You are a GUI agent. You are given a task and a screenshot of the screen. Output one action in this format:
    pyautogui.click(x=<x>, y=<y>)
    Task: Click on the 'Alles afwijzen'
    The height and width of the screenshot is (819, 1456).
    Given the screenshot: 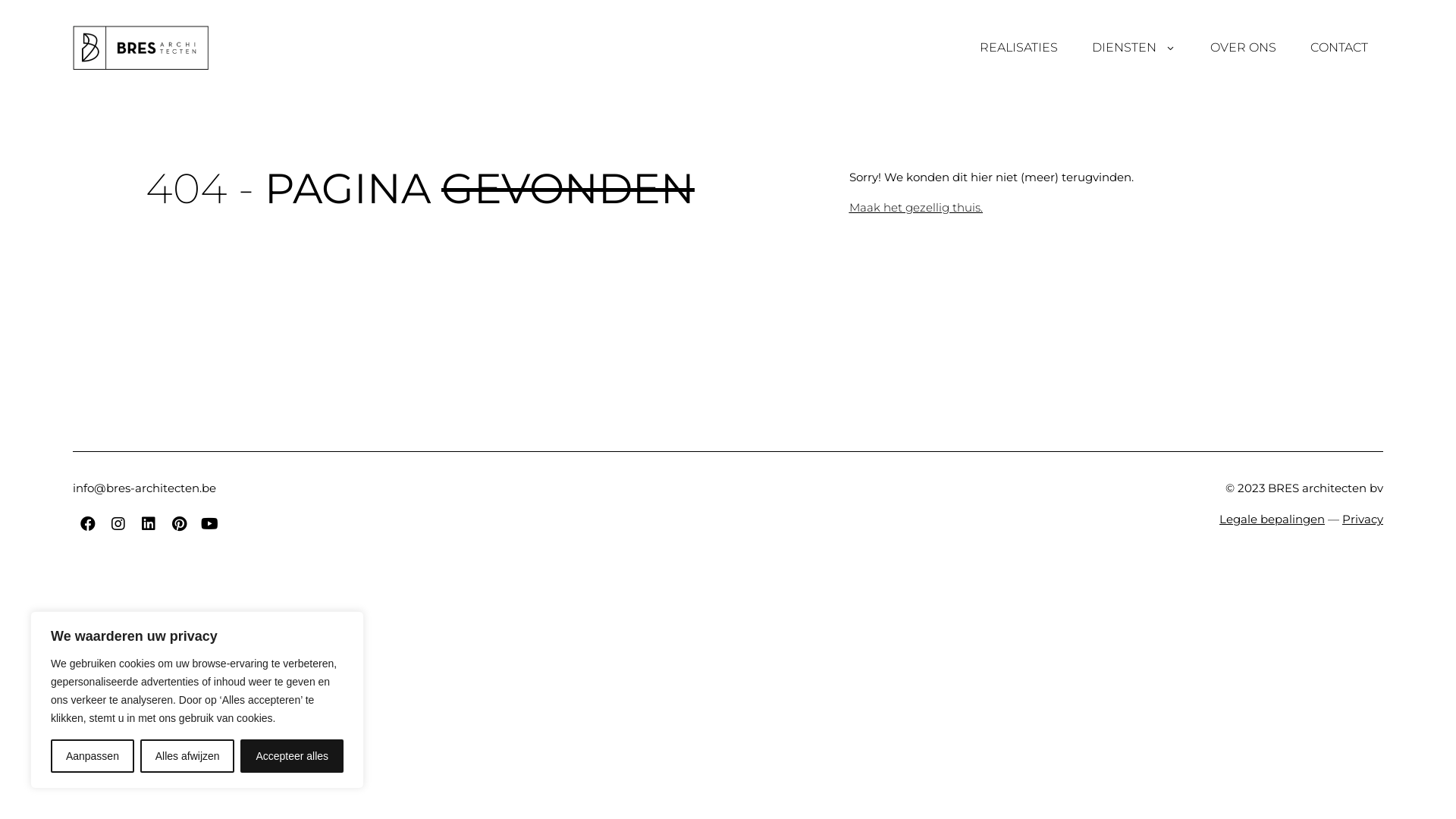 What is the action you would take?
    pyautogui.click(x=187, y=755)
    